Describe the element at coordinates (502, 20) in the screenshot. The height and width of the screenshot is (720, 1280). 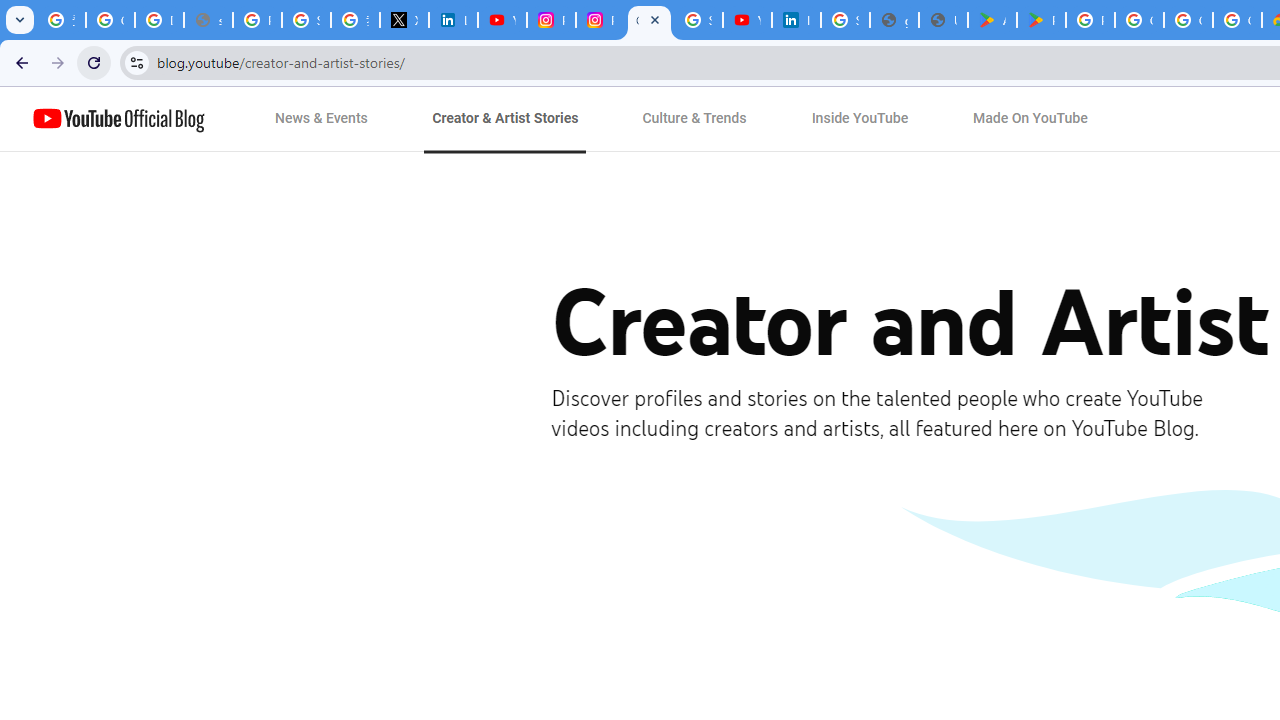
I see `'YouTube Content Monetization Policies - How YouTube Works'` at that location.